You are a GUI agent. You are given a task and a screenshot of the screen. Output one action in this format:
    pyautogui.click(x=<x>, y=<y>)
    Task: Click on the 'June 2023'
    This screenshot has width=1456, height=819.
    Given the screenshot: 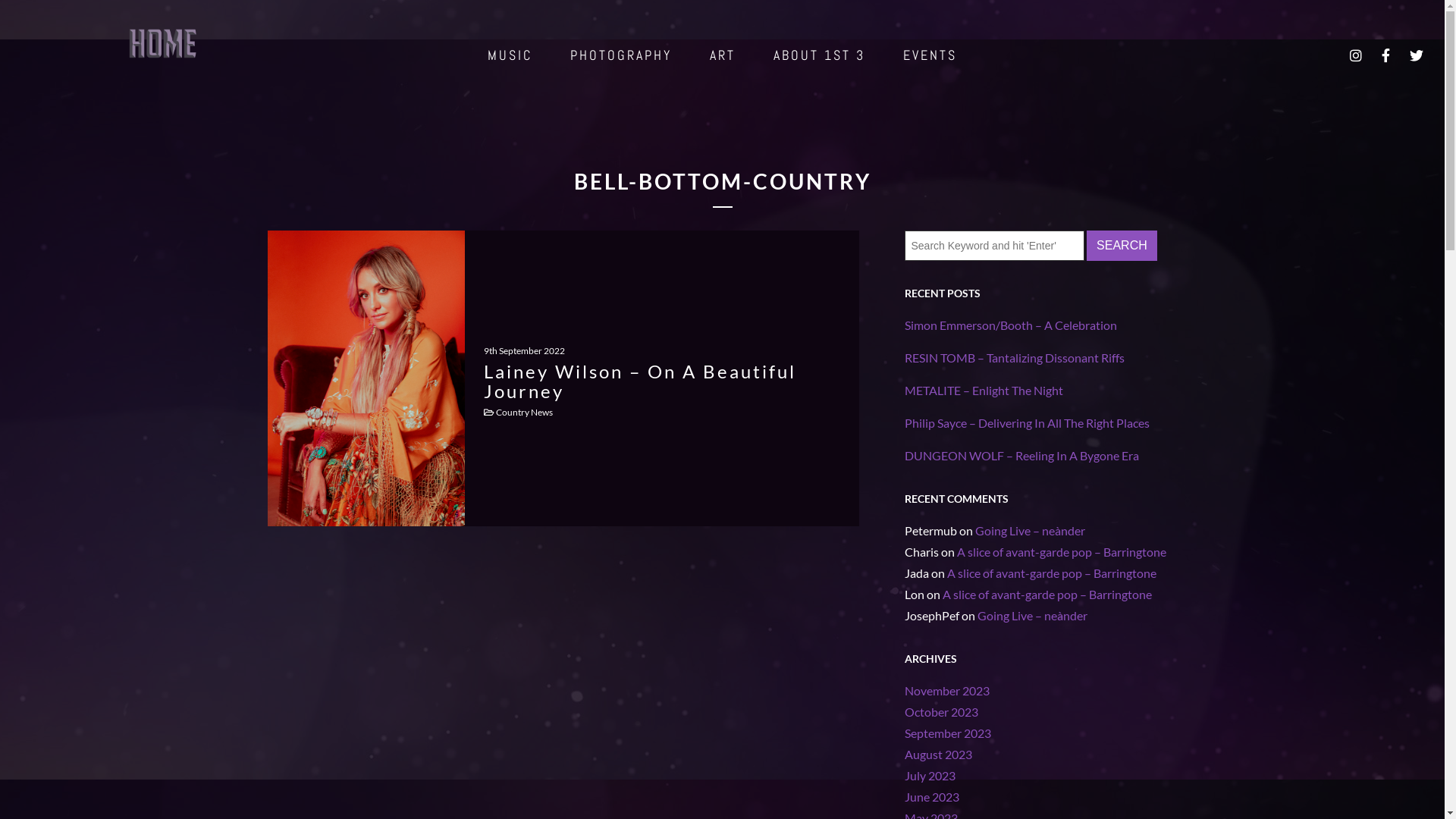 What is the action you would take?
    pyautogui.click(x=930, y=795)
    